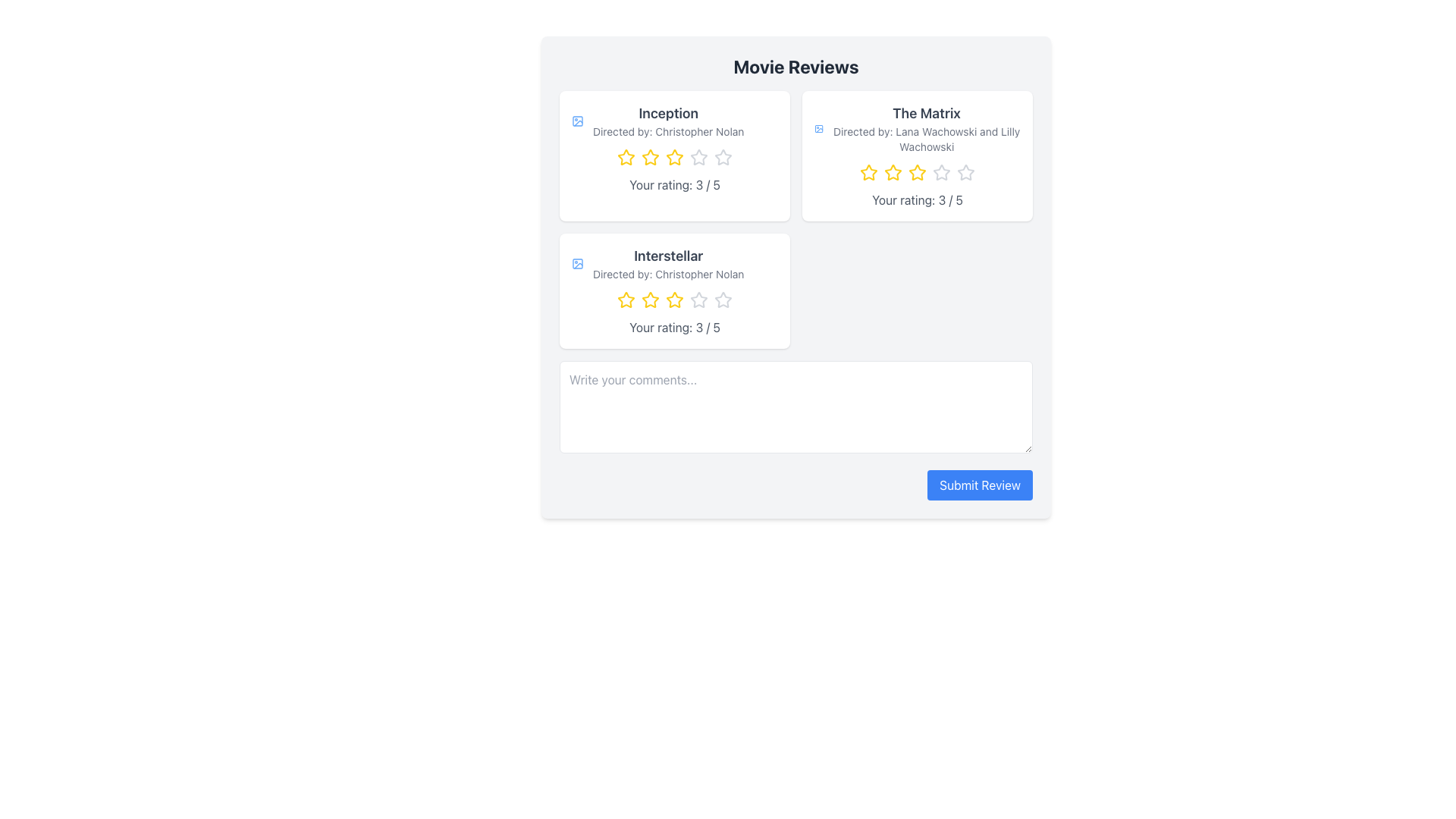  What do you see at coordinates (673, 157) in the screenshot?
I see `the third star icon from the left in the rating system of the 'Inception' review card to rate it` at bounding box center [673, 157].